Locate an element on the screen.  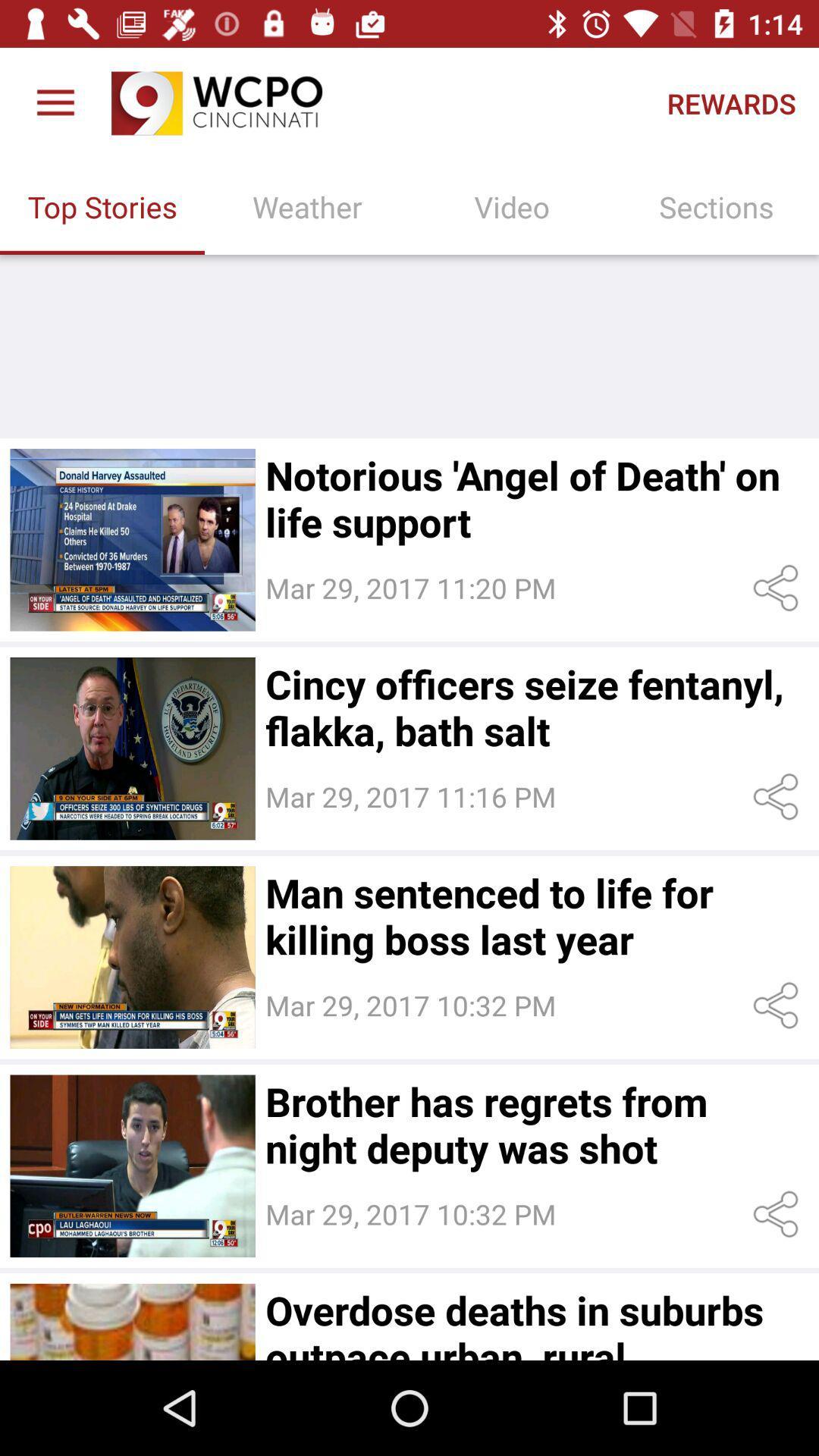
share settings is located at coordinates (779, 1214).